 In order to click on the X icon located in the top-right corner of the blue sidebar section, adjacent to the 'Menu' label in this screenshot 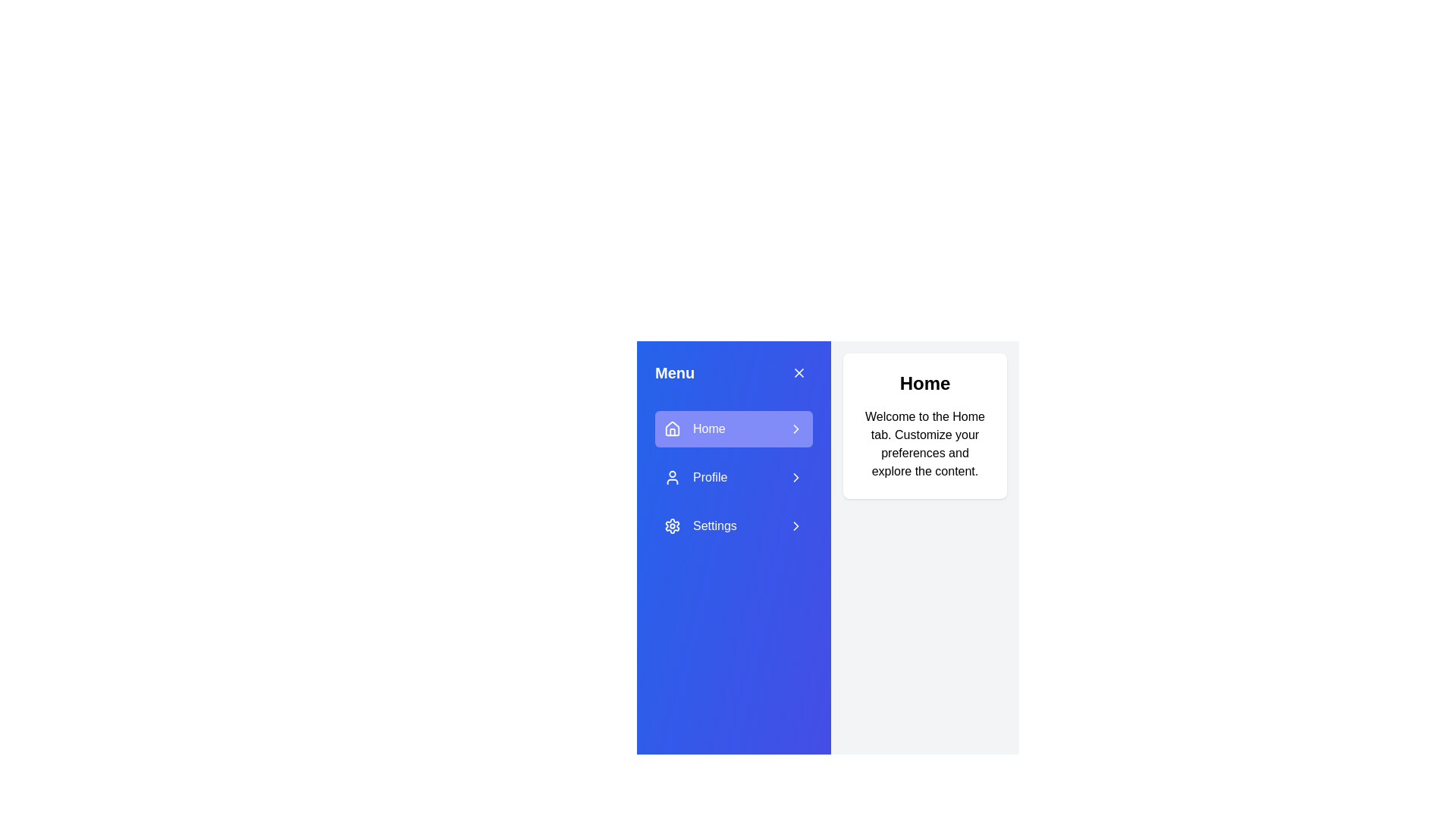, I will do `click(799, 373)`.